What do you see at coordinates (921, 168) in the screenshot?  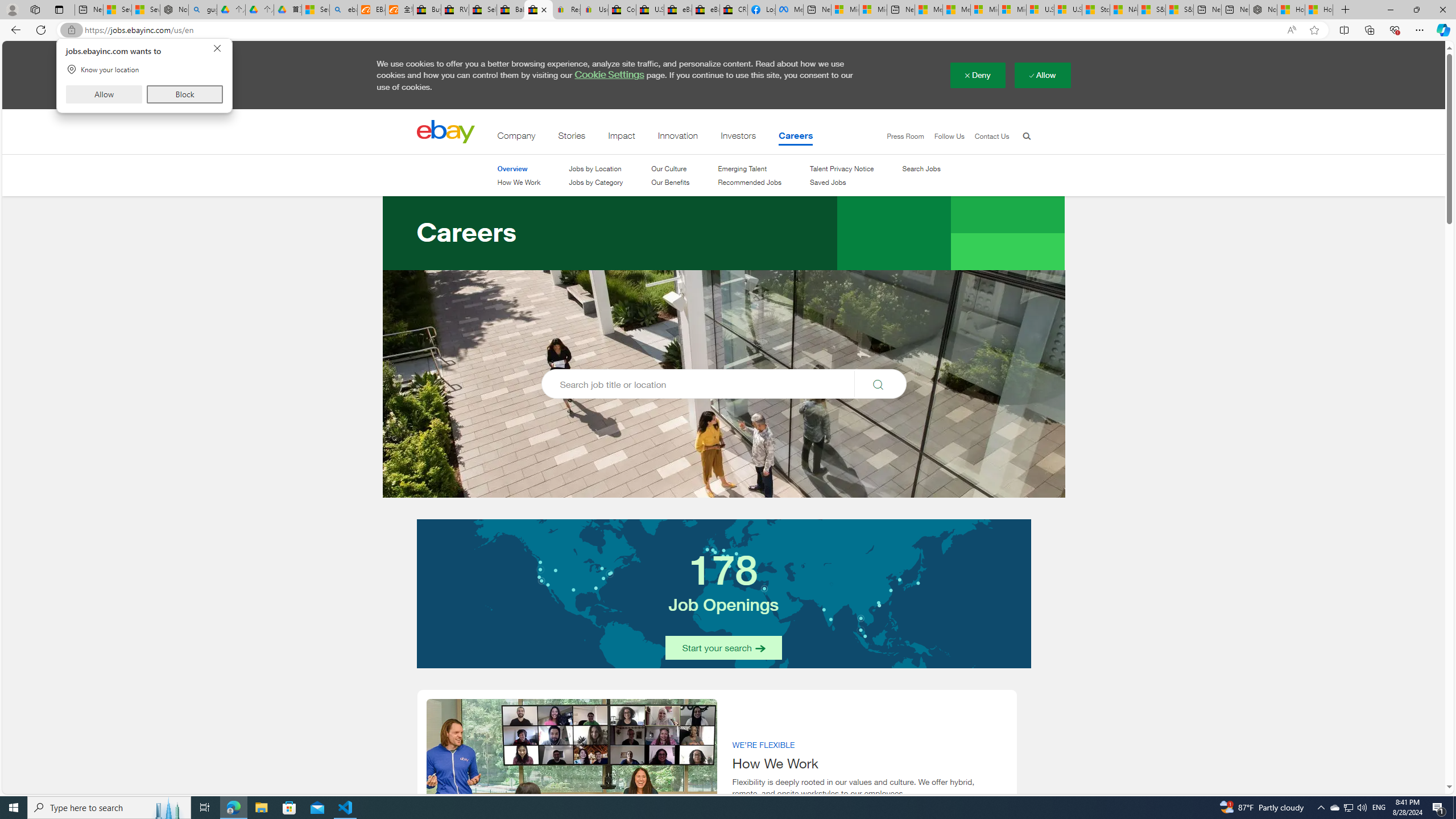 I see `'Search Jobs'` at bounding box center [921, 168].